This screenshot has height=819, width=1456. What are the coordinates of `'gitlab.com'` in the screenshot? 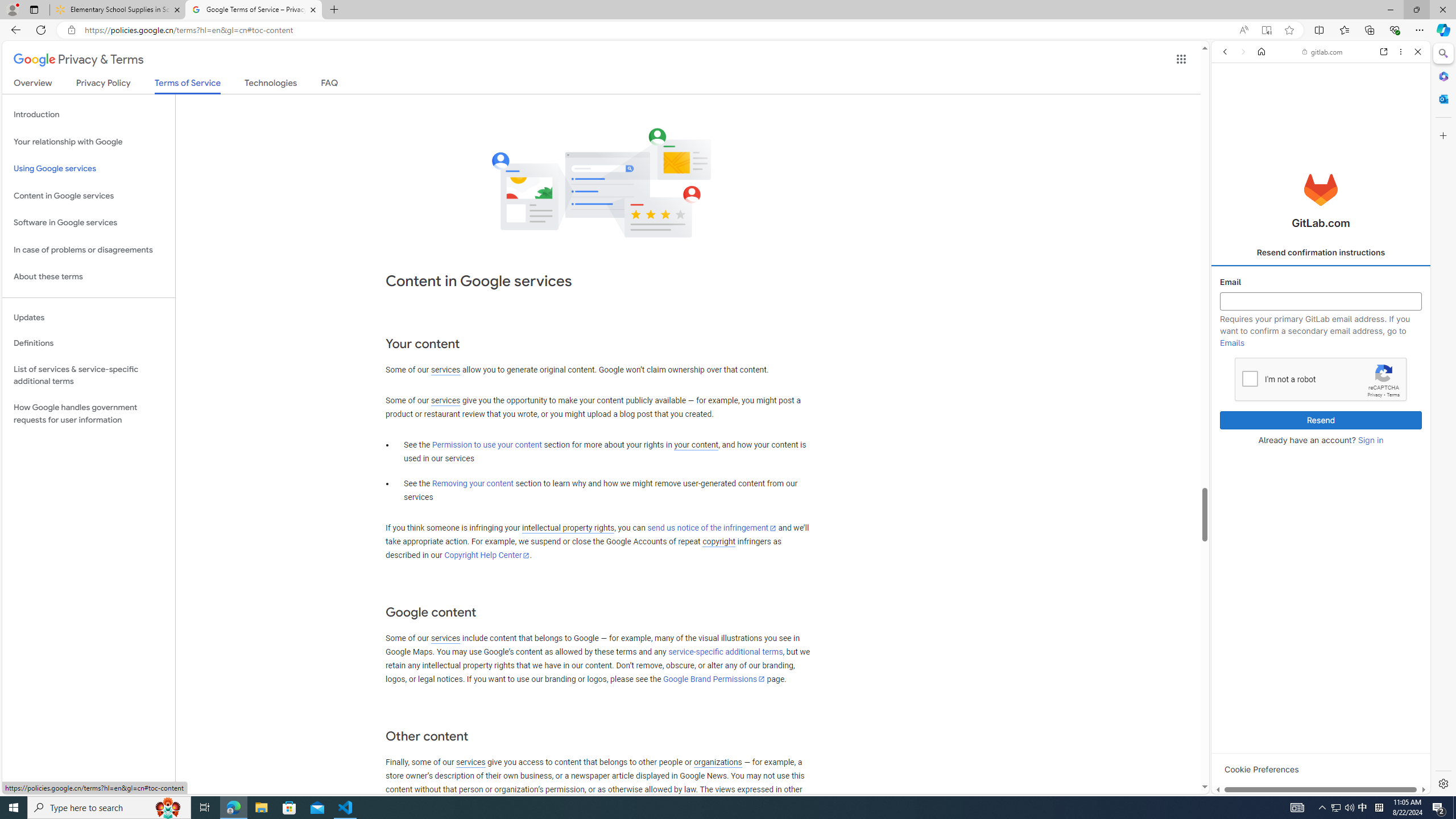 It's located at (1323, 52).